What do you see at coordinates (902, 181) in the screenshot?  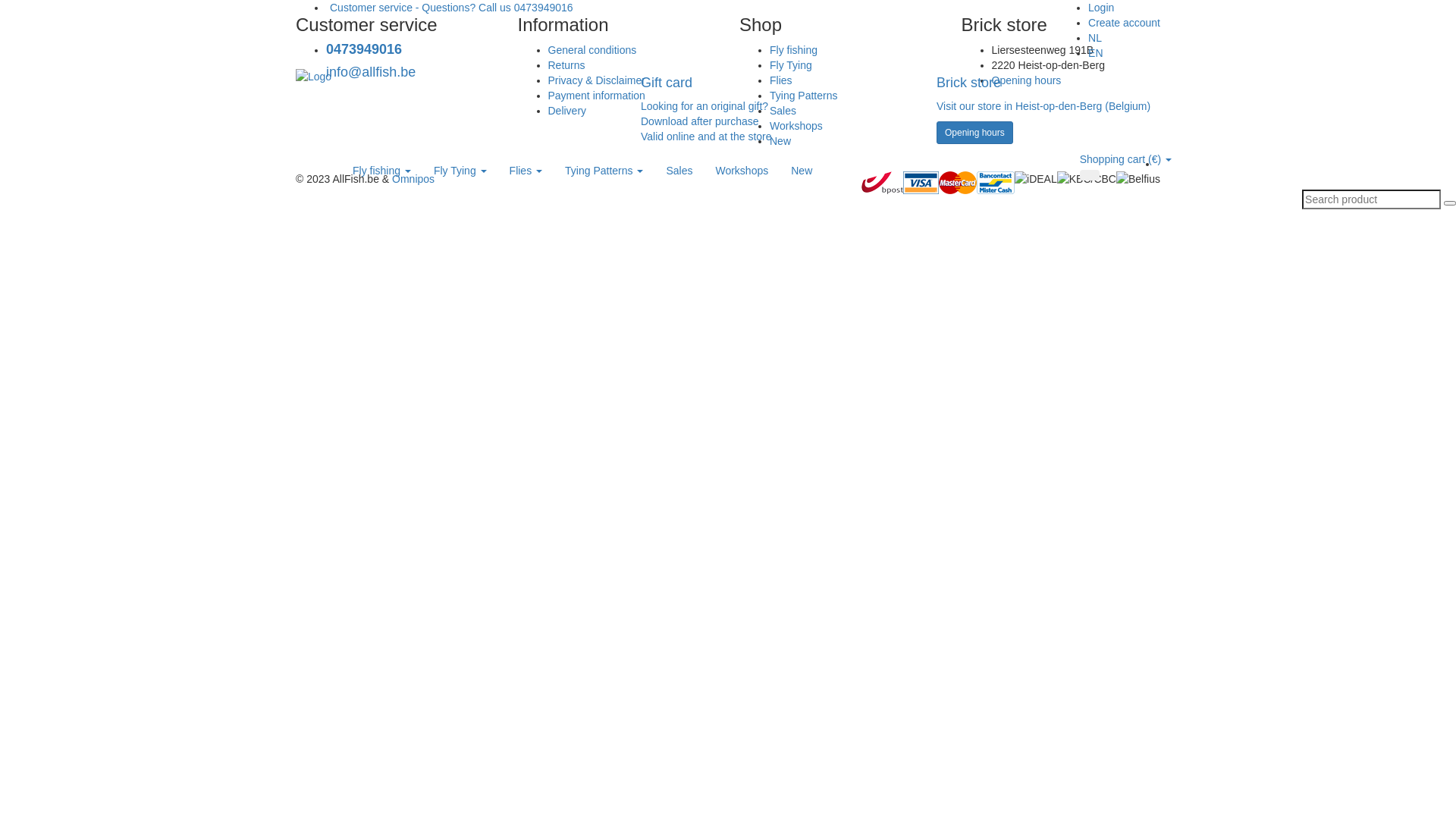 I see `'Visa'` at bounding box center [902, 181].